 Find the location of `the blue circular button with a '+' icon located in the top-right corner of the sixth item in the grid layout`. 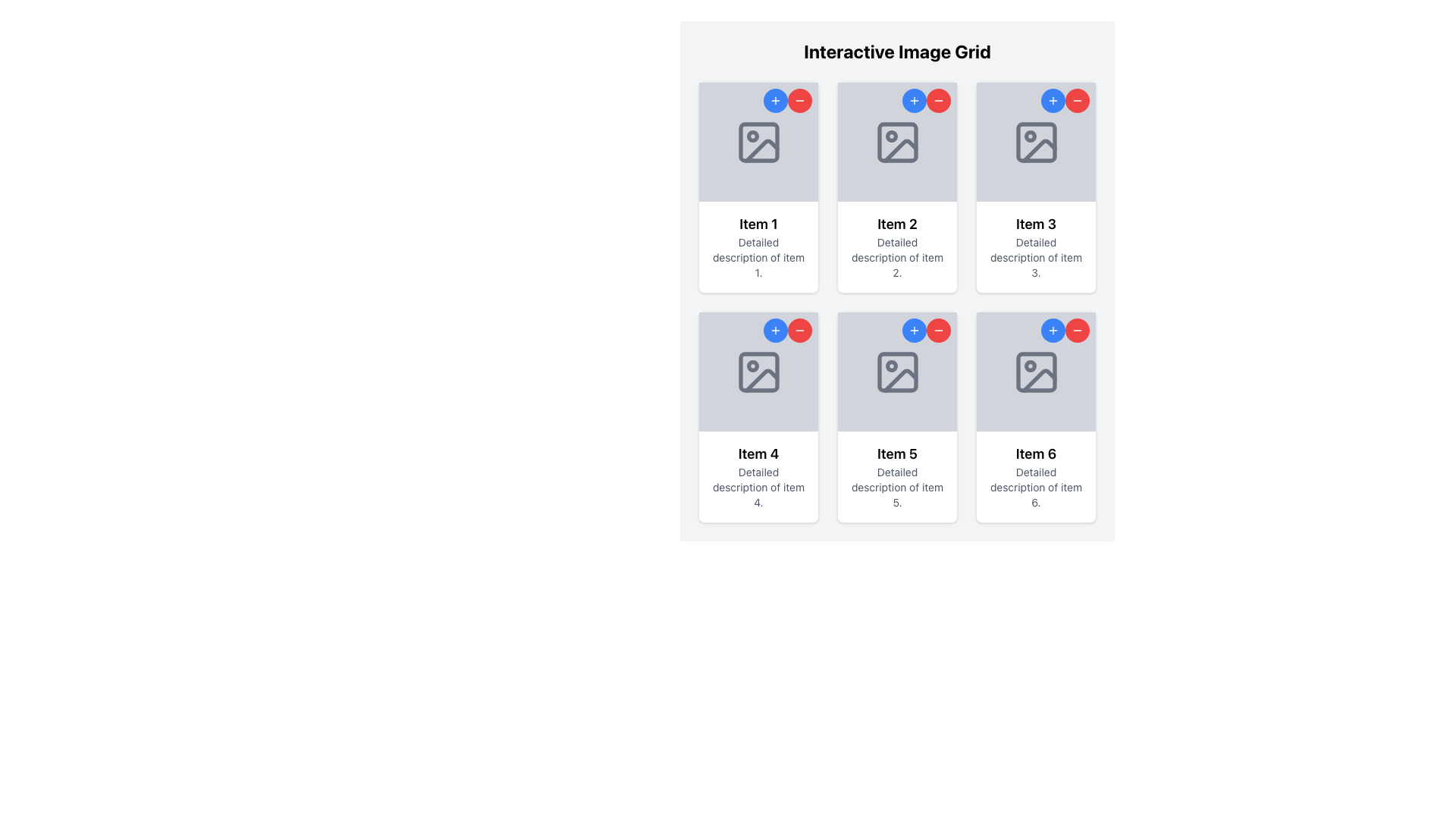

the blue circular button with a '+' icon located in the top-right corner of the sixth item in the grid layout is located at coordinates (1052, 329).